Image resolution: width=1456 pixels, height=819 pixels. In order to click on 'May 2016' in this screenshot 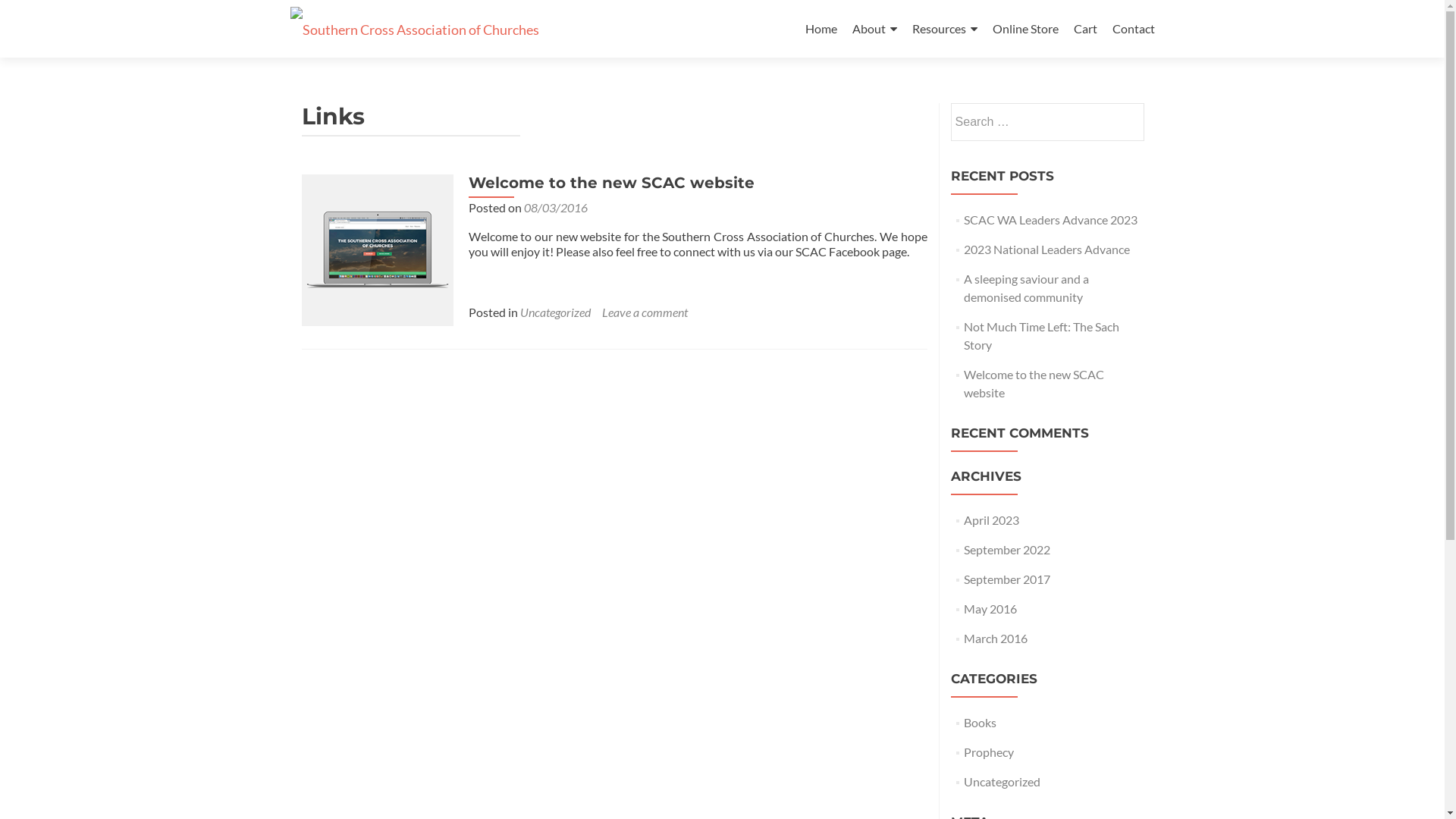, I will do `click(990, 607)`.